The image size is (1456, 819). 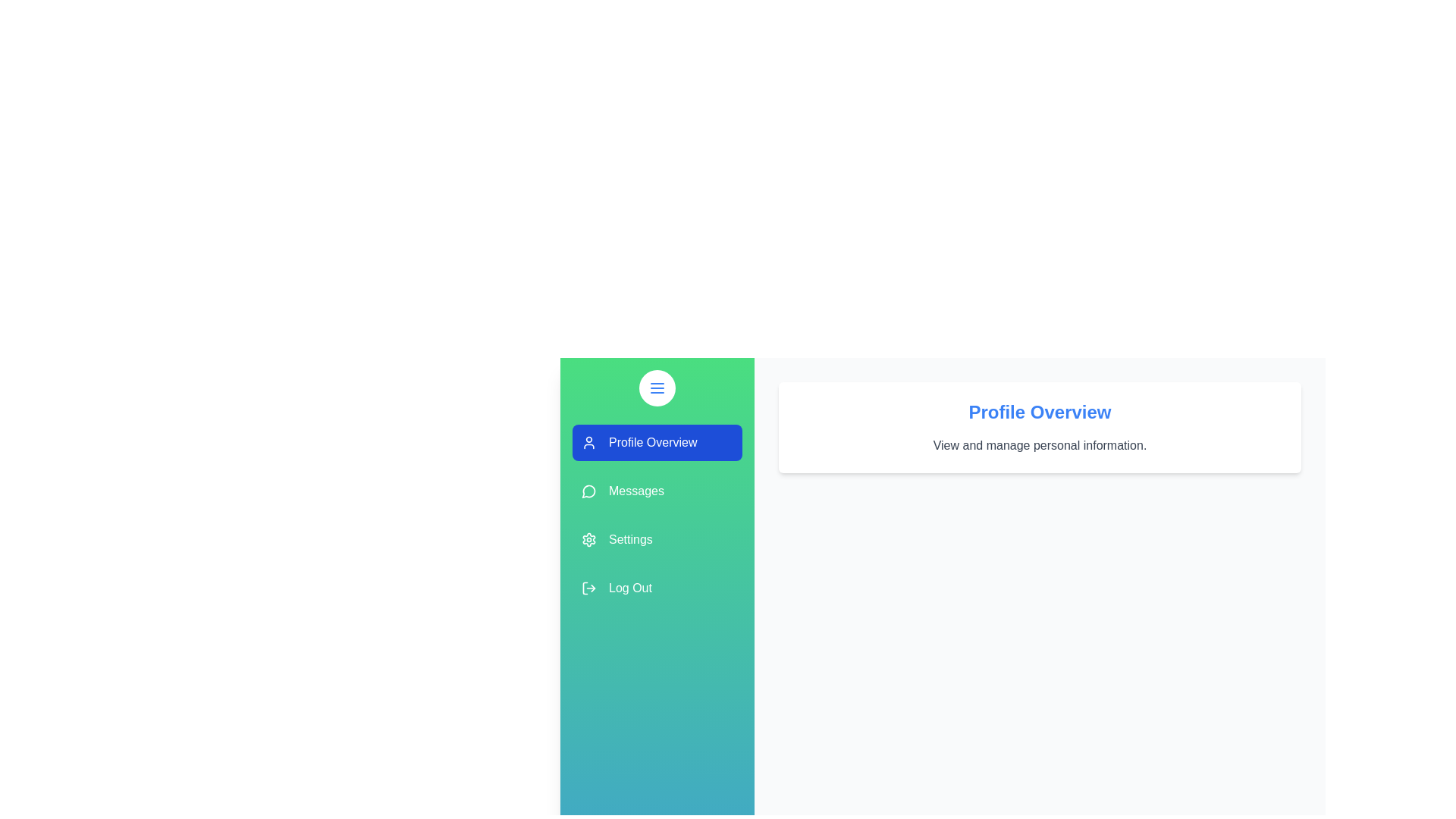 What do you see at coordinates (657, 388) in the screenshot?
I see `the menu button to toggle the drawer` at bounding box center [657, 388].